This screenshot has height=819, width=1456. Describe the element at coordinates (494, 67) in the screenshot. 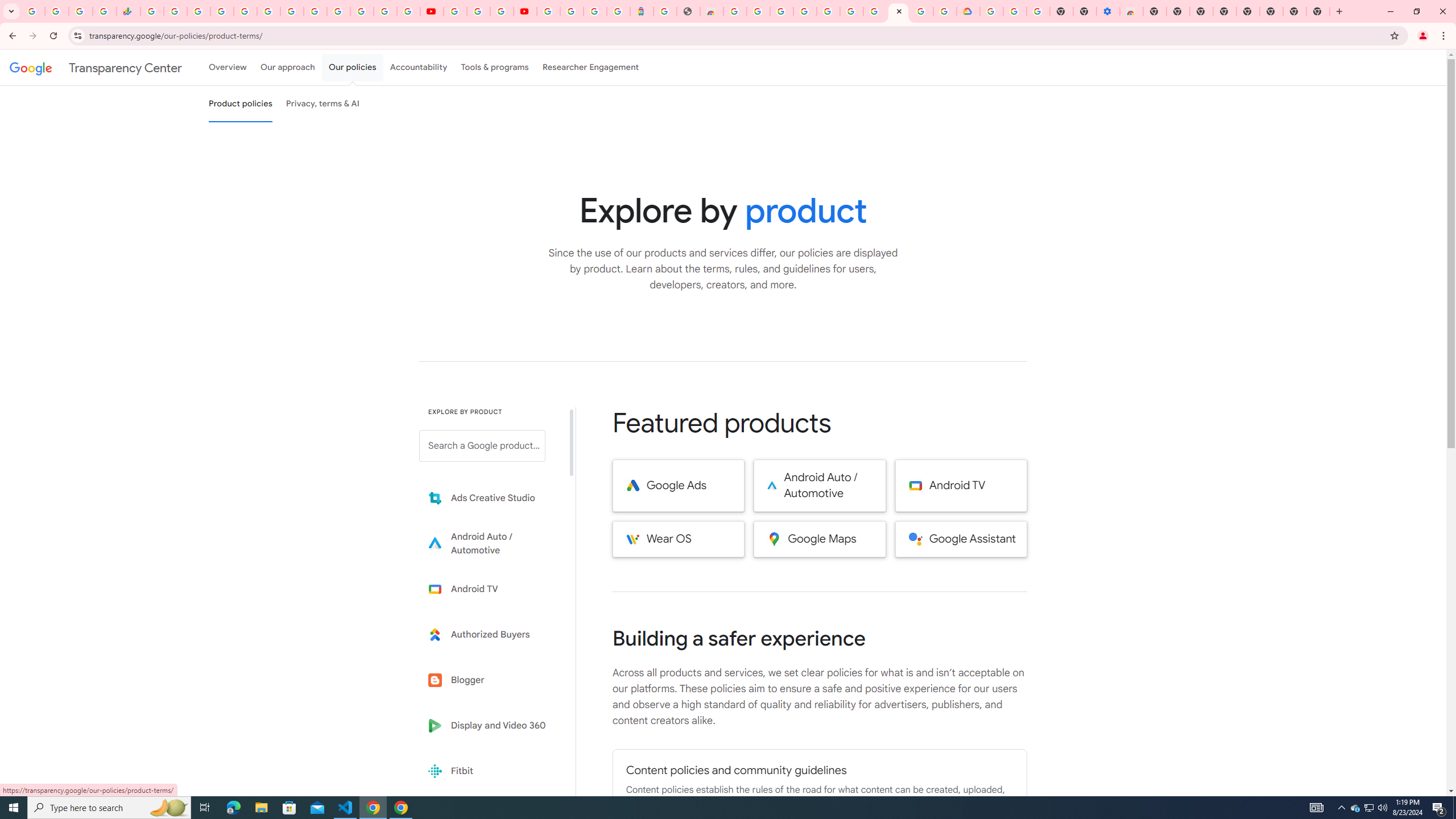

I see `'Tools & programs'` at that location.